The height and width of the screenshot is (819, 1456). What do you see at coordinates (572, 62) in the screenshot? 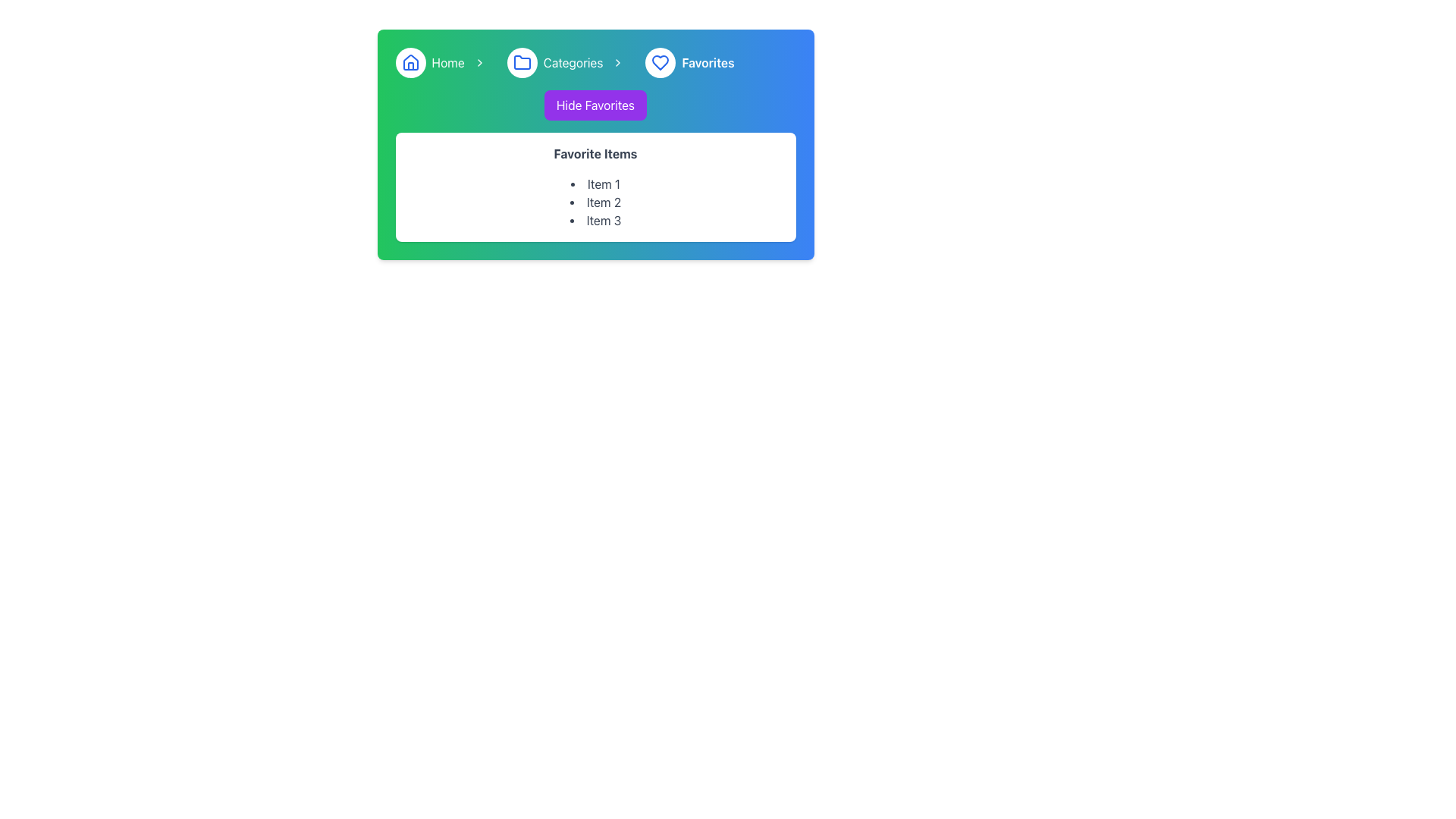
I see `the 'Categories' hyperlink text` at bounding box center [572, 62].